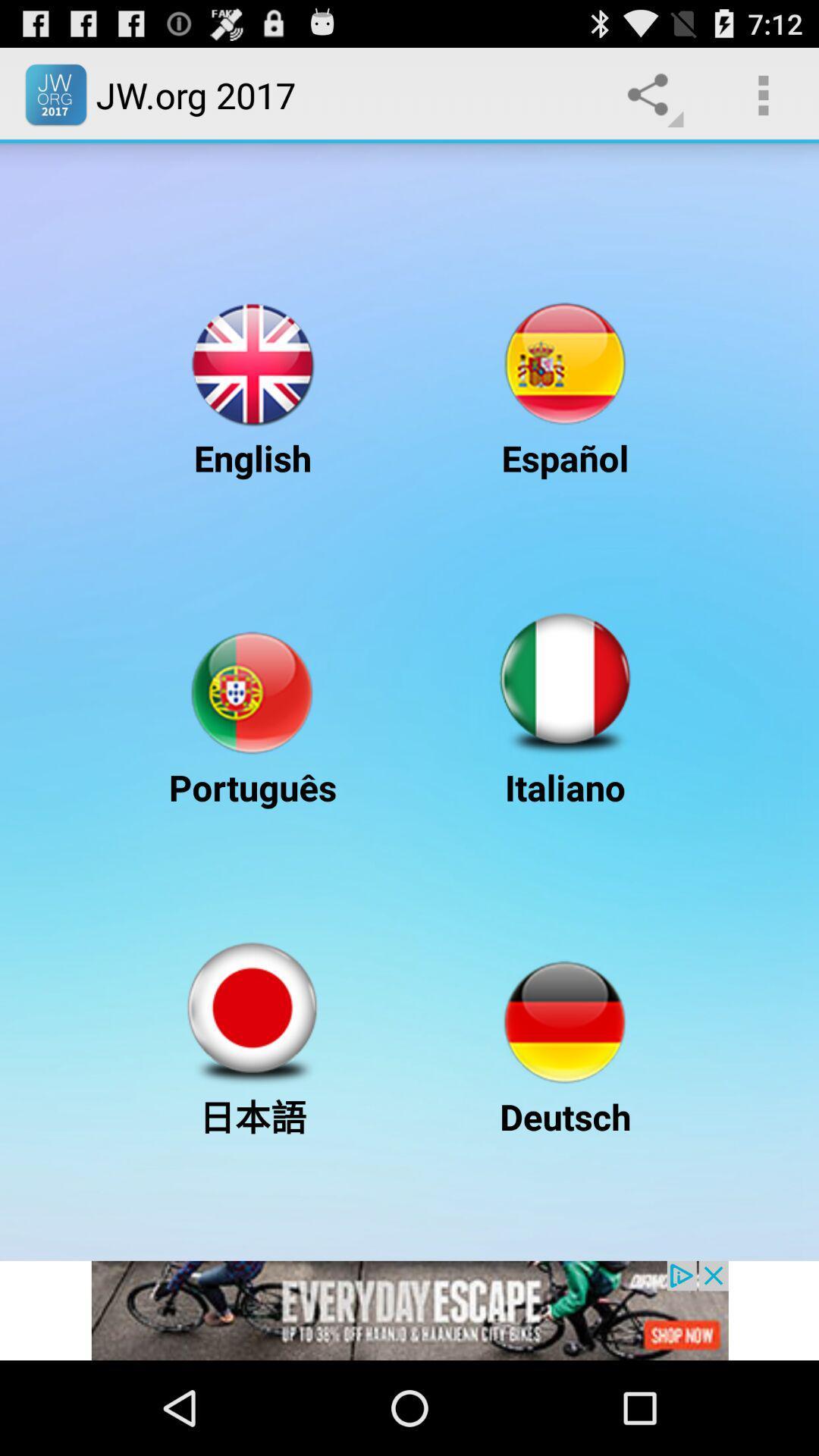  I want to click on advertisement page, so click(409, 1310).